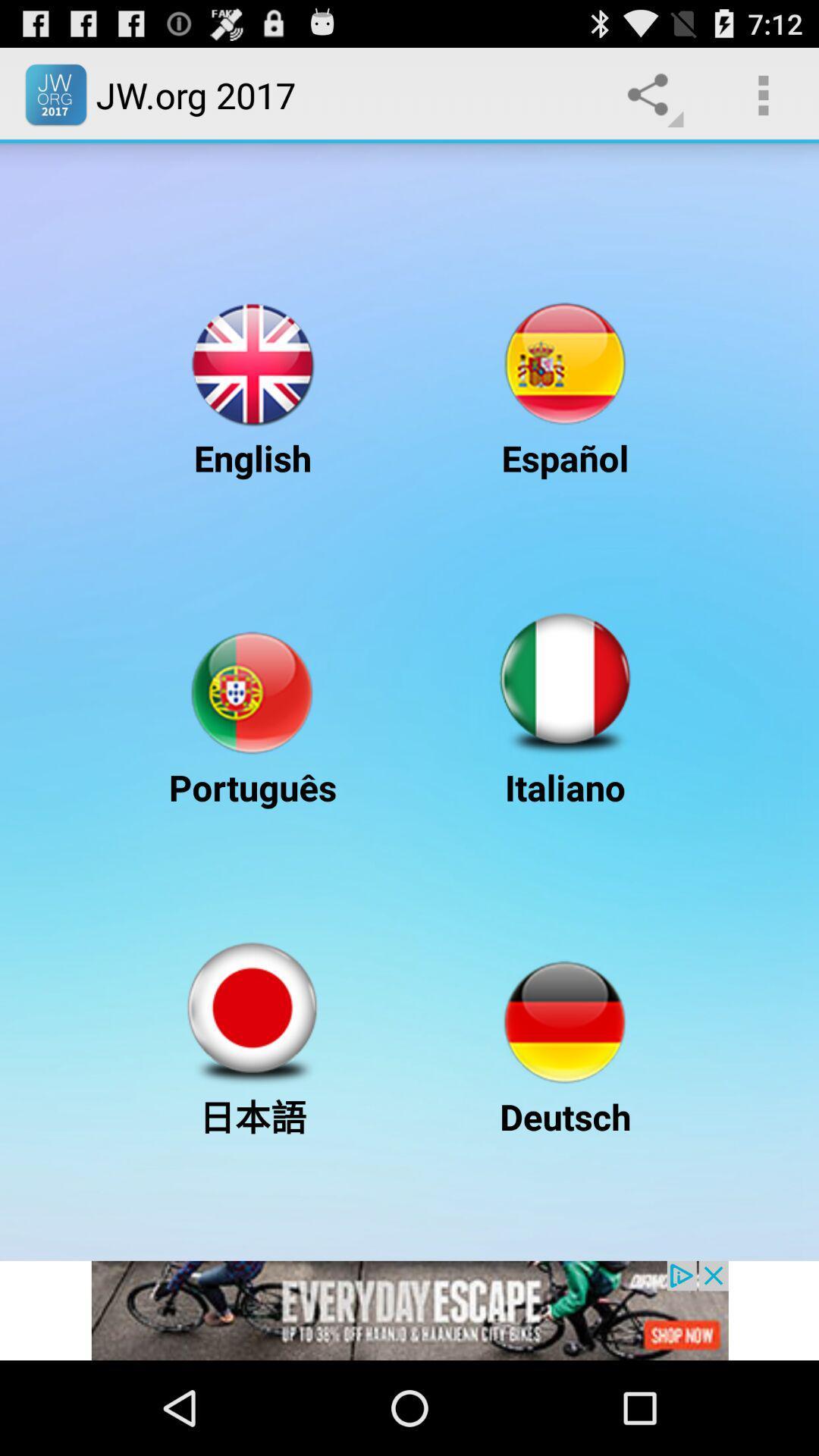  I want to click on advertisement page, so click(409, 1310).